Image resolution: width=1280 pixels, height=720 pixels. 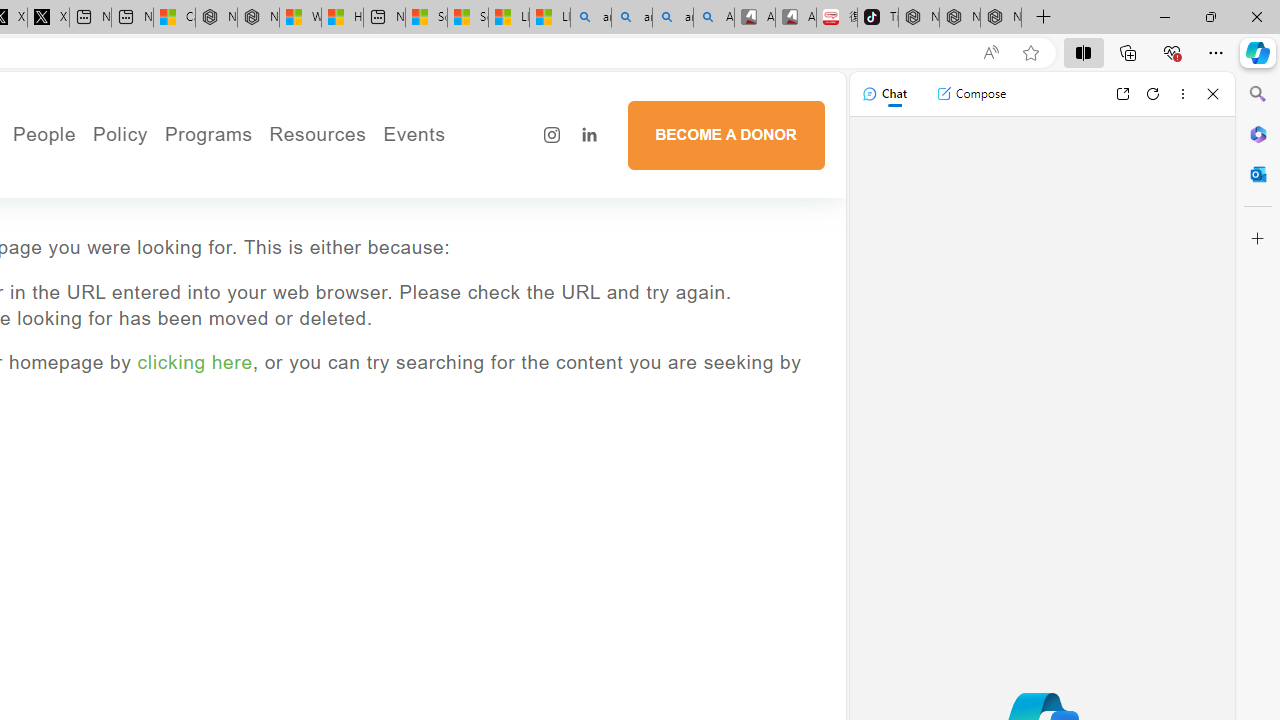 What do you see at coordinates (1257, 94) in the screenshot?
I see `'Search'` at bounding box center [1257, 94].